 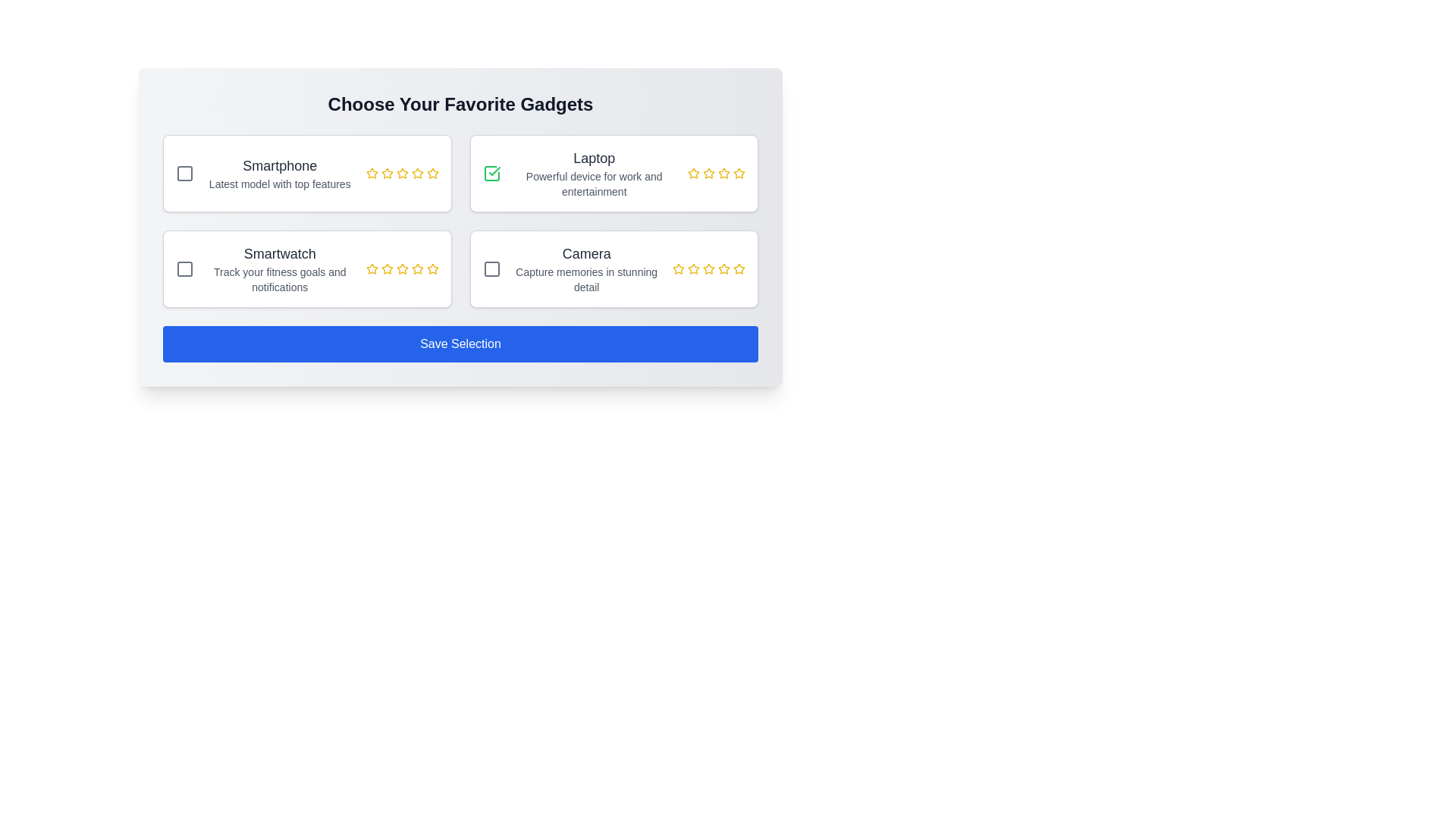 What do you see at coordinates (417, 172) in the screenshot?
I see `the fifth star icon in the rating component for the 'Smartphone' item` at bounding box center [417, 172].